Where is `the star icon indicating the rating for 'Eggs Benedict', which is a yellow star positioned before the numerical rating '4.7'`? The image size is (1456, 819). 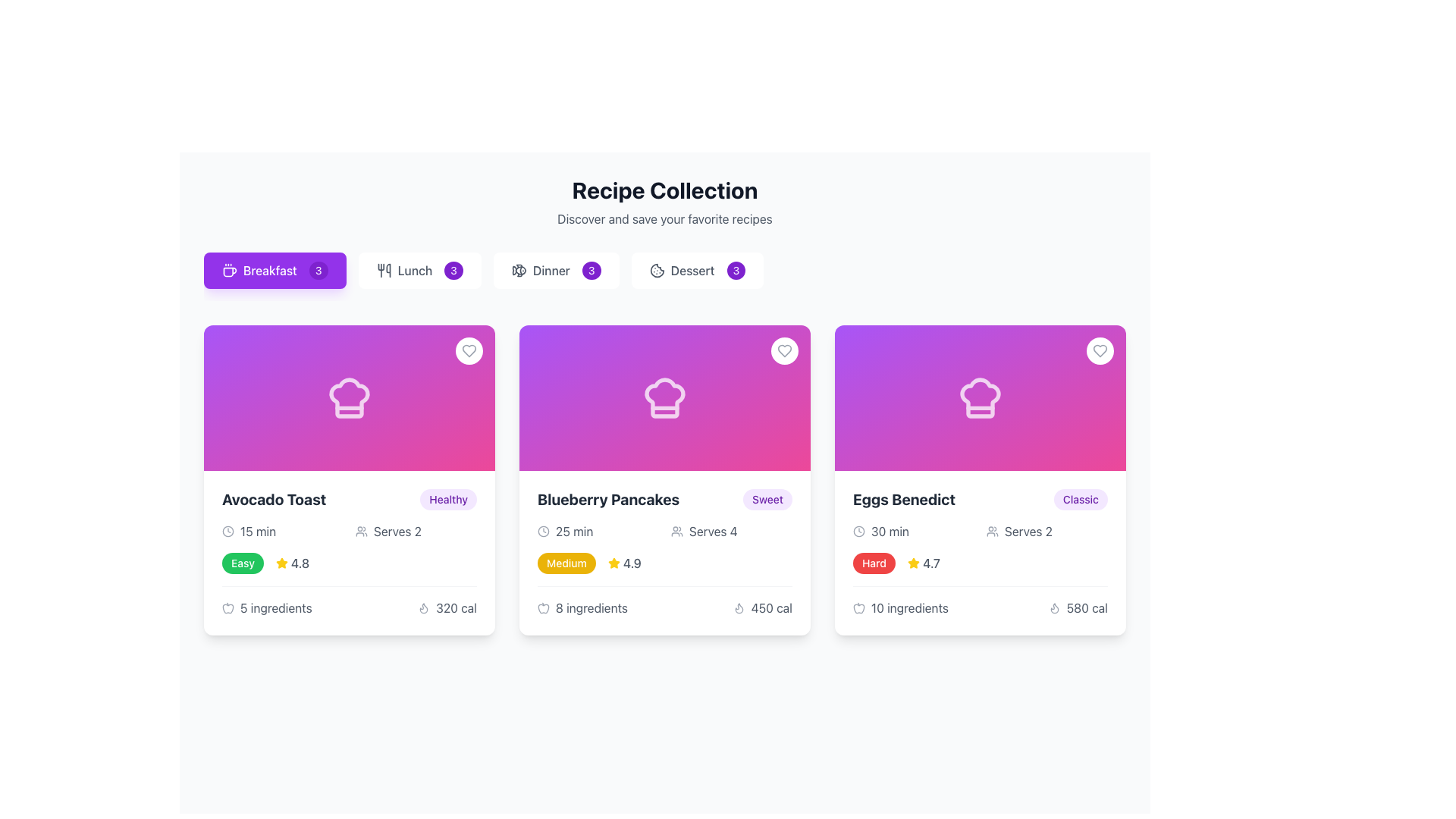 the star icon indicating the rating for 'Eggs Benedict', which is a yellow star positioned before the numerical rating '4.7' is located at coordinates (912, 563).